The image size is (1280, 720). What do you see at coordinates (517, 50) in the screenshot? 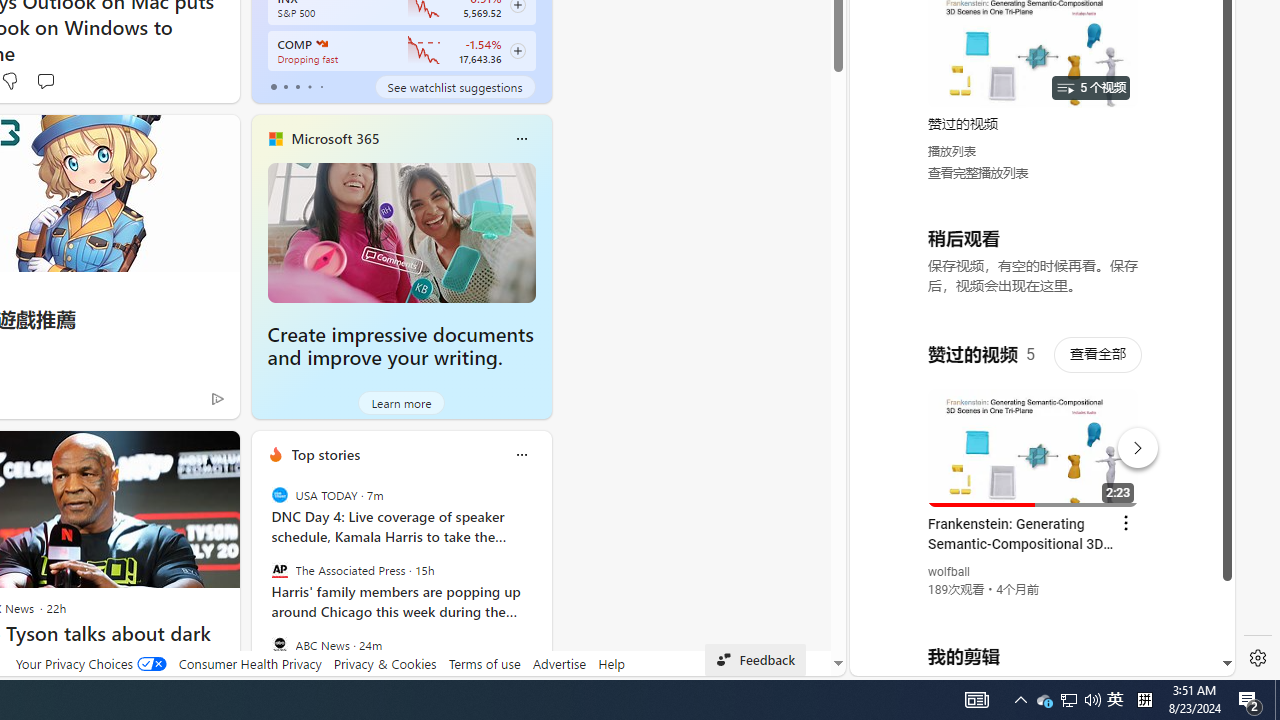
I see `'Class: follow-button  m'` at bounding box center [517, 50].